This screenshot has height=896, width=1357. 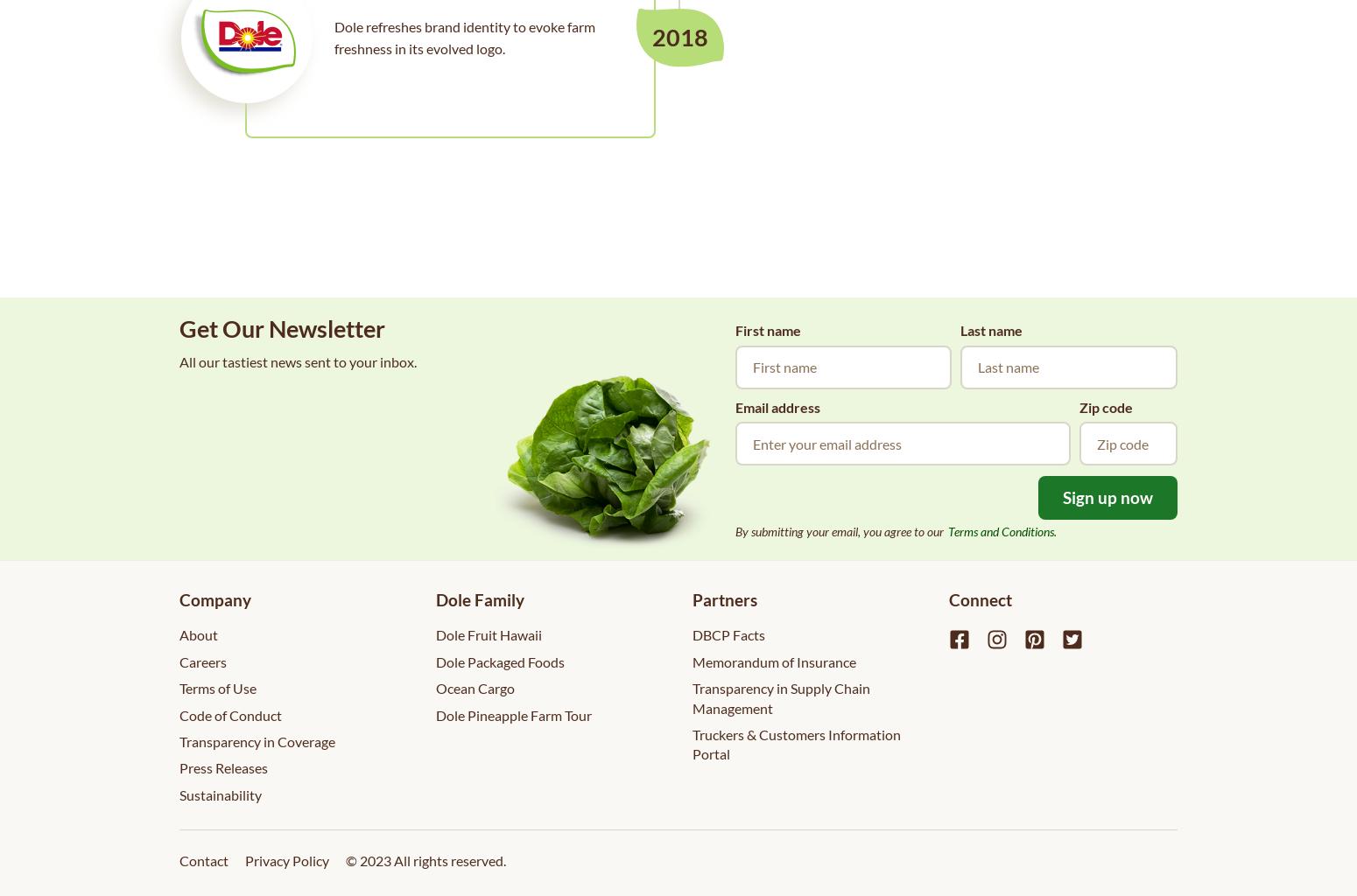 What do you see at coordinates (281, 328) in the screenshot?
I see `'Get Our Newsletter'` at bounding box center [281, 328].